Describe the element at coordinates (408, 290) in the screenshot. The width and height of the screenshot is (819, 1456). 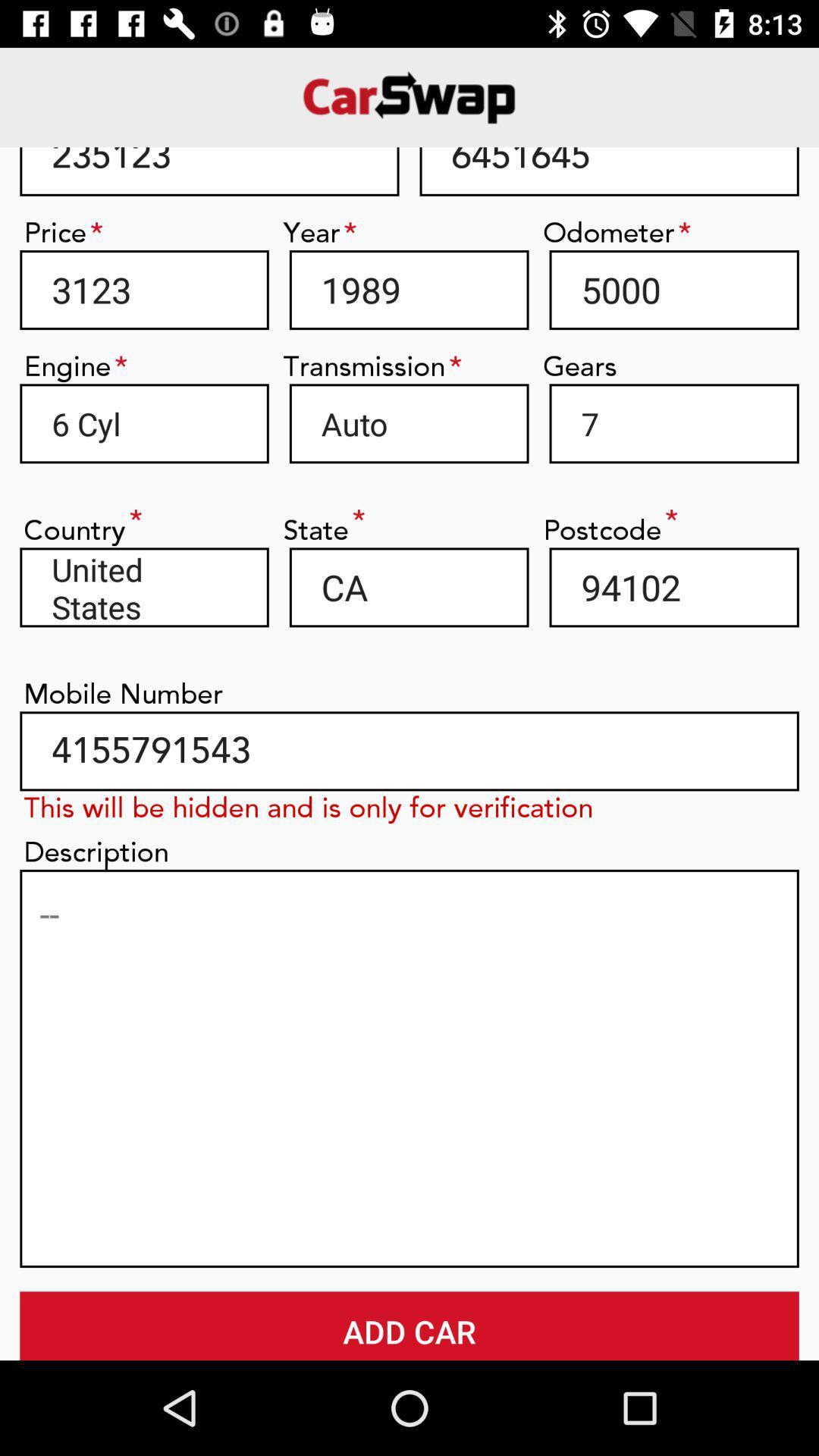
I see `1989 icon` at that location.